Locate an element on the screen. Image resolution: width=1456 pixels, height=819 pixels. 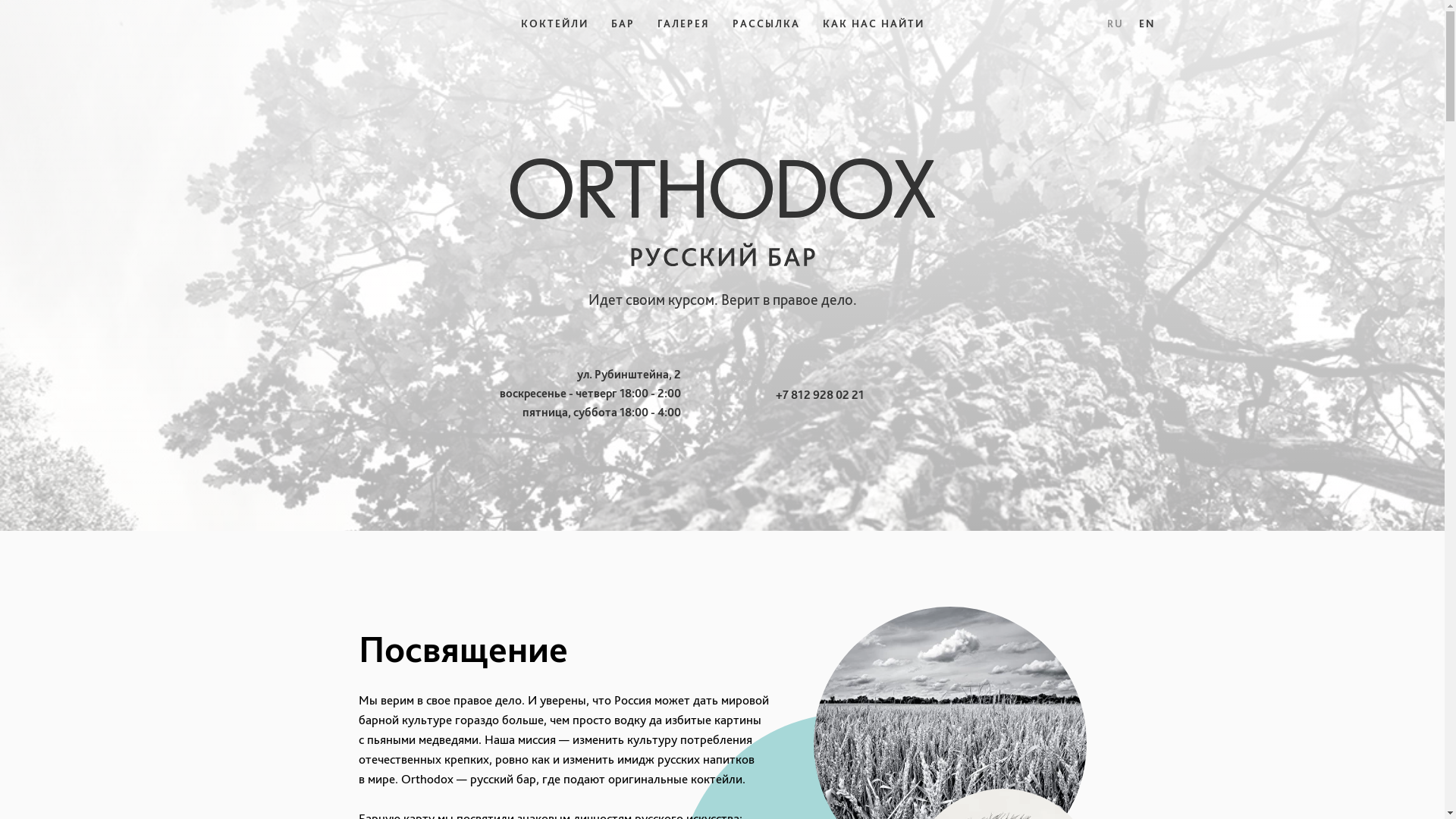
'RU' is located at coordinates (1115, 23).